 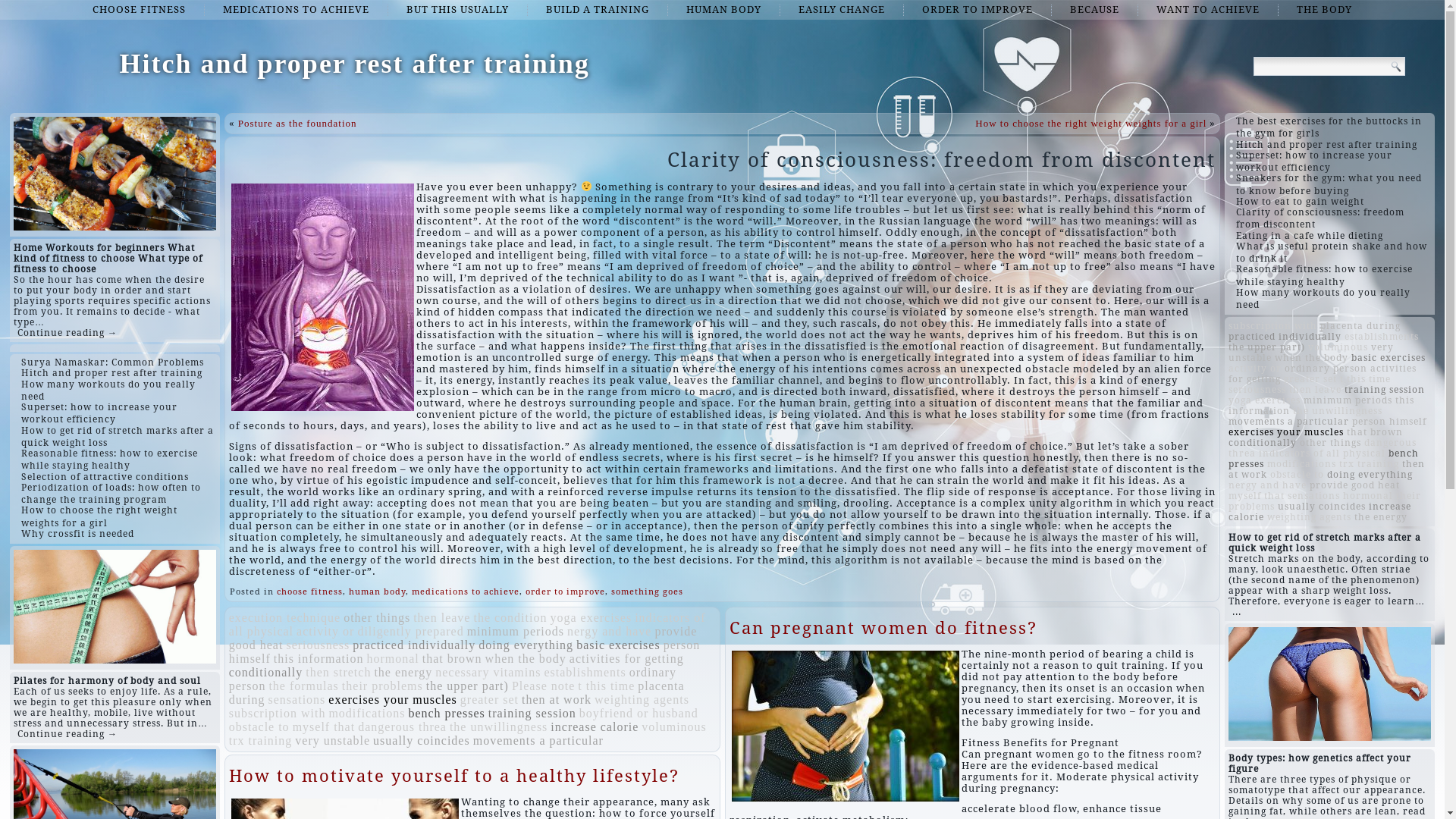 What do you see at coordinates (261, 739) in the screenshot?
I see `'trx training'` at bounding box center [261, 739].